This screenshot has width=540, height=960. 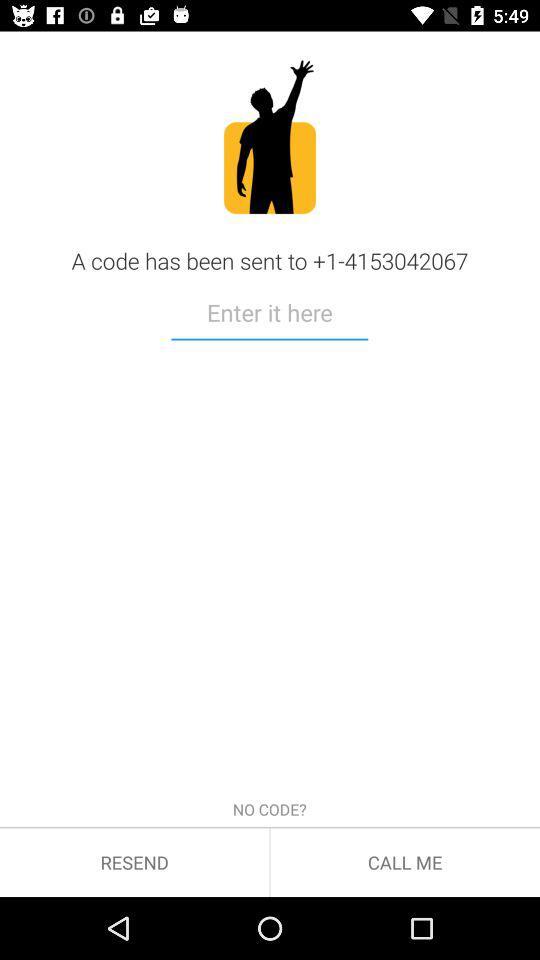 What do you see at coordinates (269, 315) in the screenshot?
I see `item below the a code has icon` at bounding box center [269, 315].